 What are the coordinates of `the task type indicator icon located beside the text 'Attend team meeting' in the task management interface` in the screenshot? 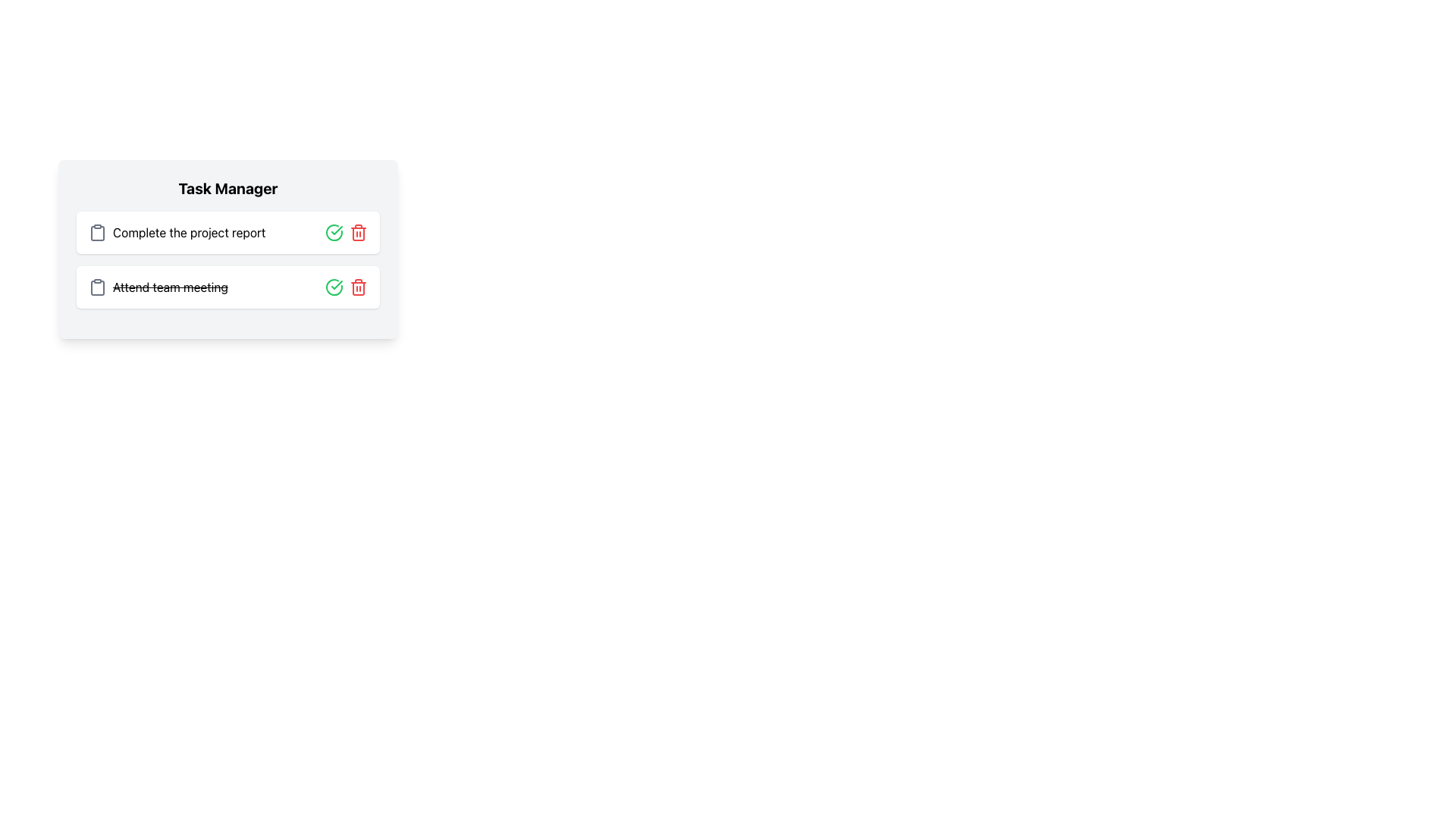 It's located at (97, 288).